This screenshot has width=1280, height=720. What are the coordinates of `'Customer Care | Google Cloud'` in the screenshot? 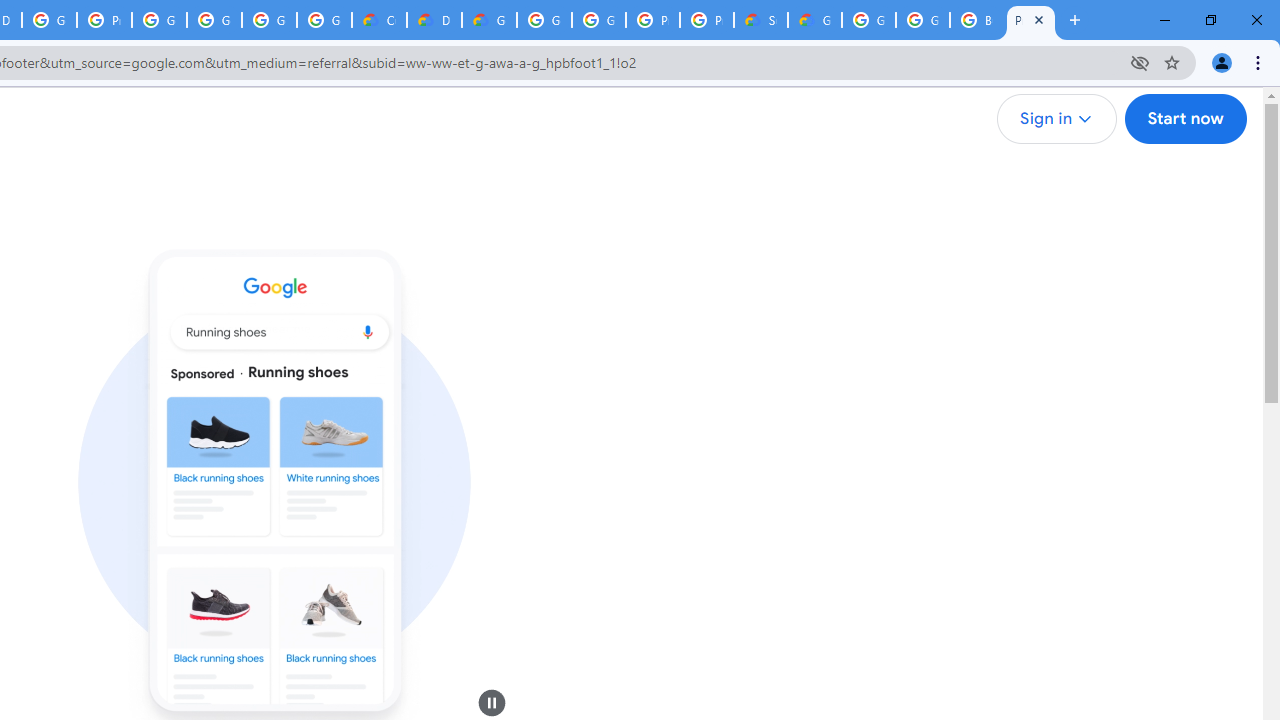 It's located at (379, 20).